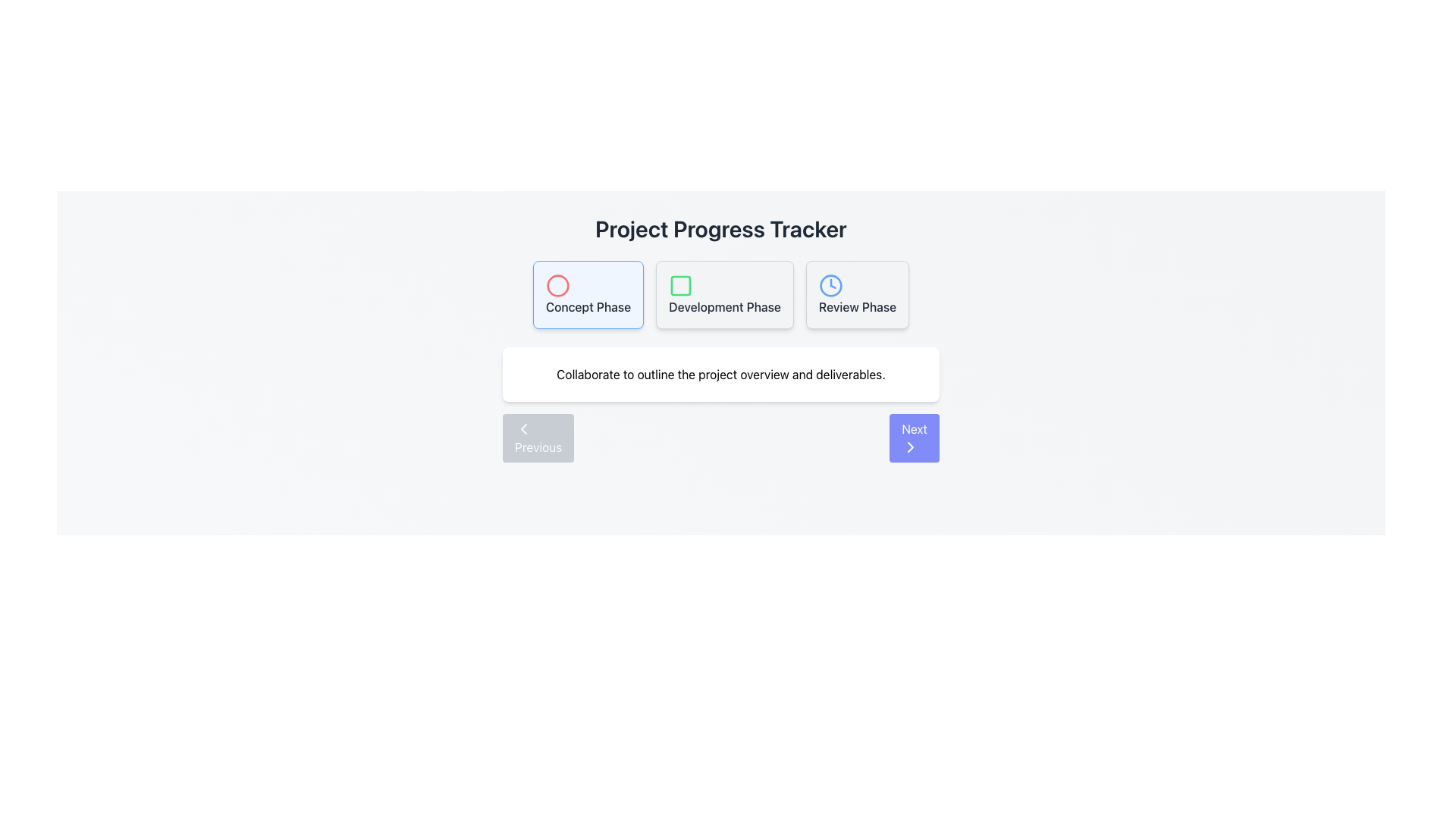  Describe the element at coordinates (858, 307) in the screenshot. I see `the 'Review Phase' text label located in the lower part of the third box from the left in the 'Project Progress Tracker' interface` at that location.